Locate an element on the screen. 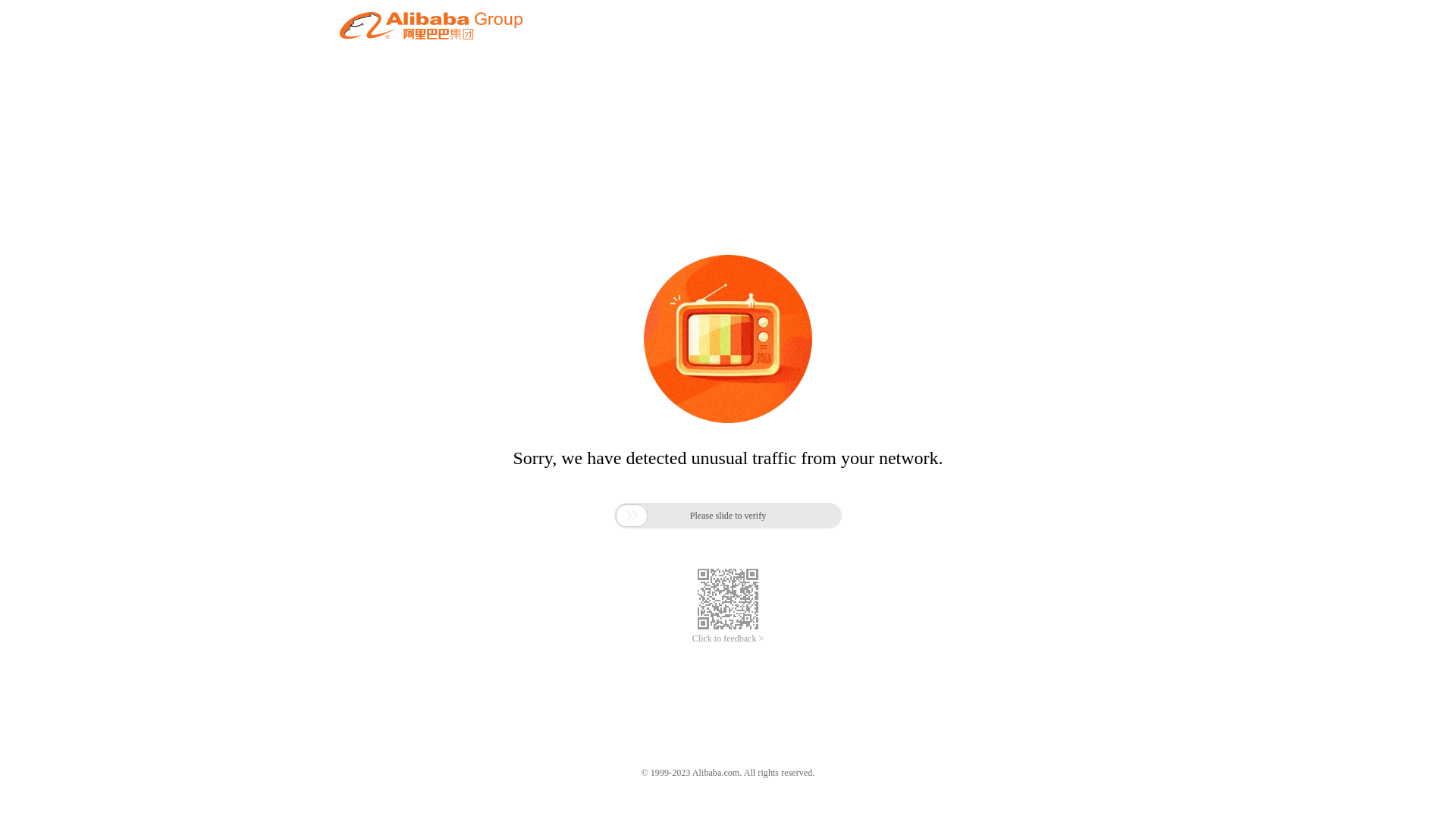  'Click to feedback >' is located at coordinates (728, 639).